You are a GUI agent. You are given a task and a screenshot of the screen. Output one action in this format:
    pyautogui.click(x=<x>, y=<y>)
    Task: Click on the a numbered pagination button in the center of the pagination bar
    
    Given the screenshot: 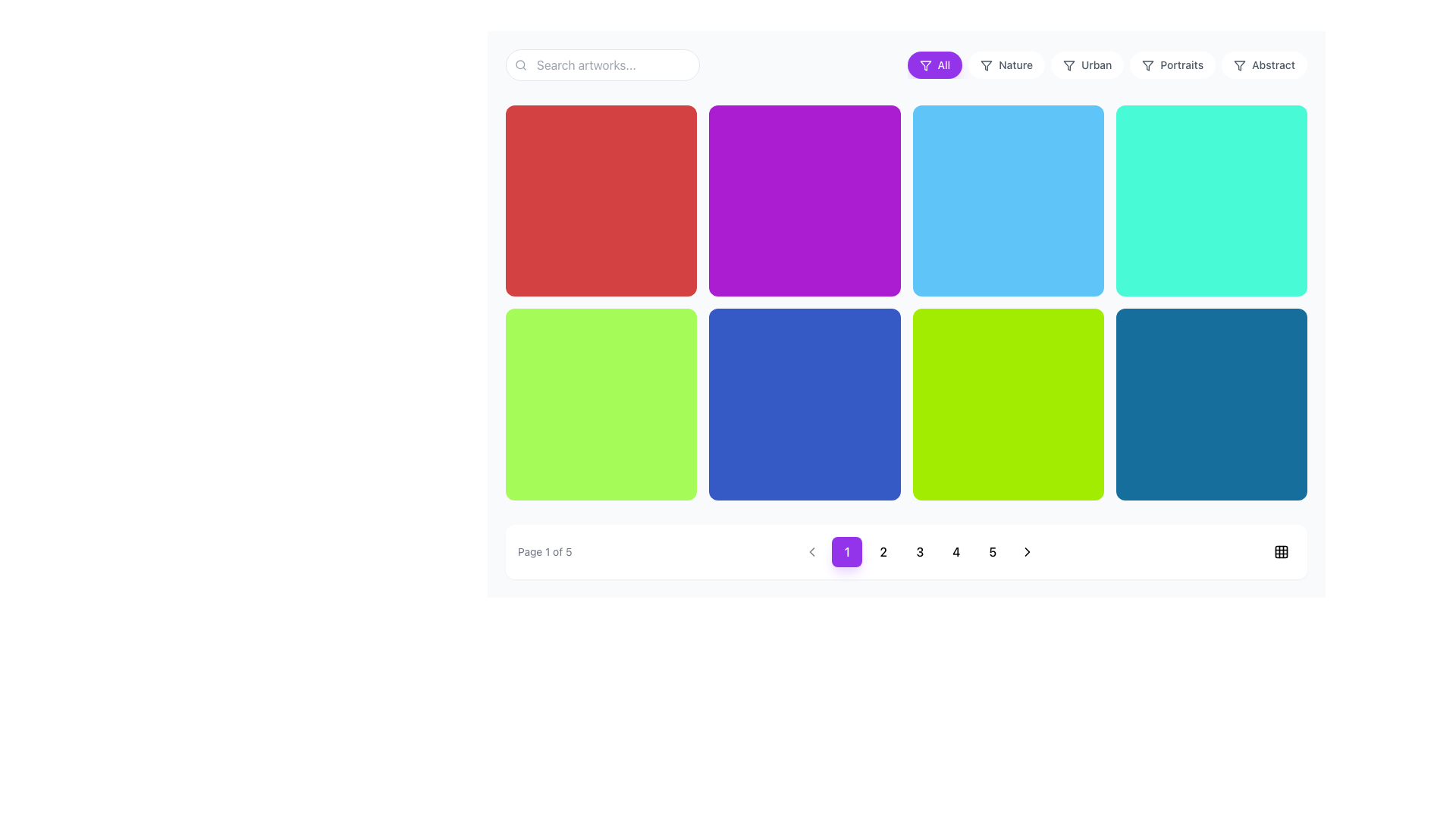 What is the action you would take?
    pyautogui.click(x=906, y=551)
    